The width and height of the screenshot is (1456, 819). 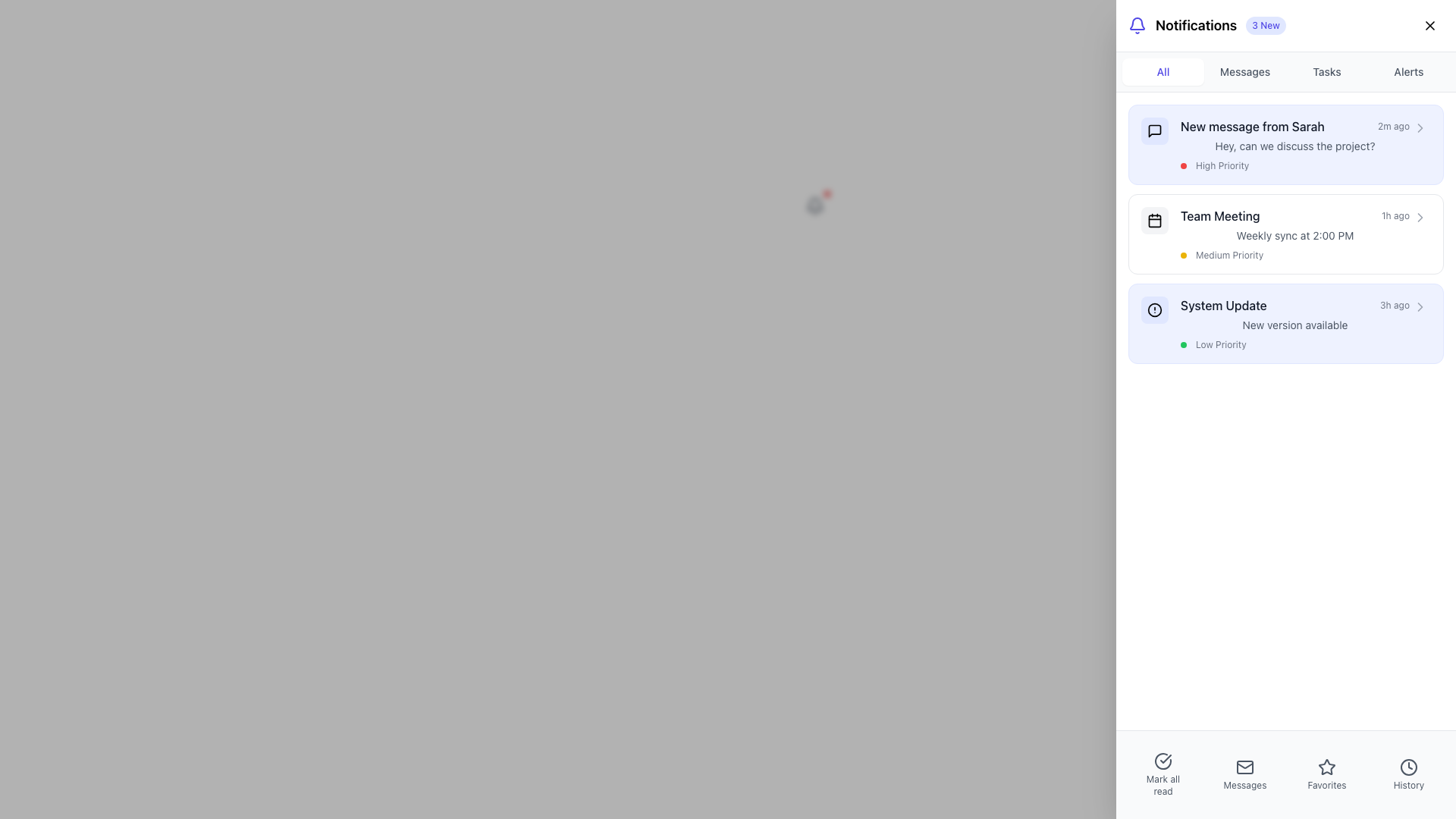 What do you see at coordinates (1163, 785) in the screenshot?
I see `the label representing the action to mark all notifications as read, located in the bottom navigation bar underneath the icon in the leftmost slot` at bounding box center [1163, 785].